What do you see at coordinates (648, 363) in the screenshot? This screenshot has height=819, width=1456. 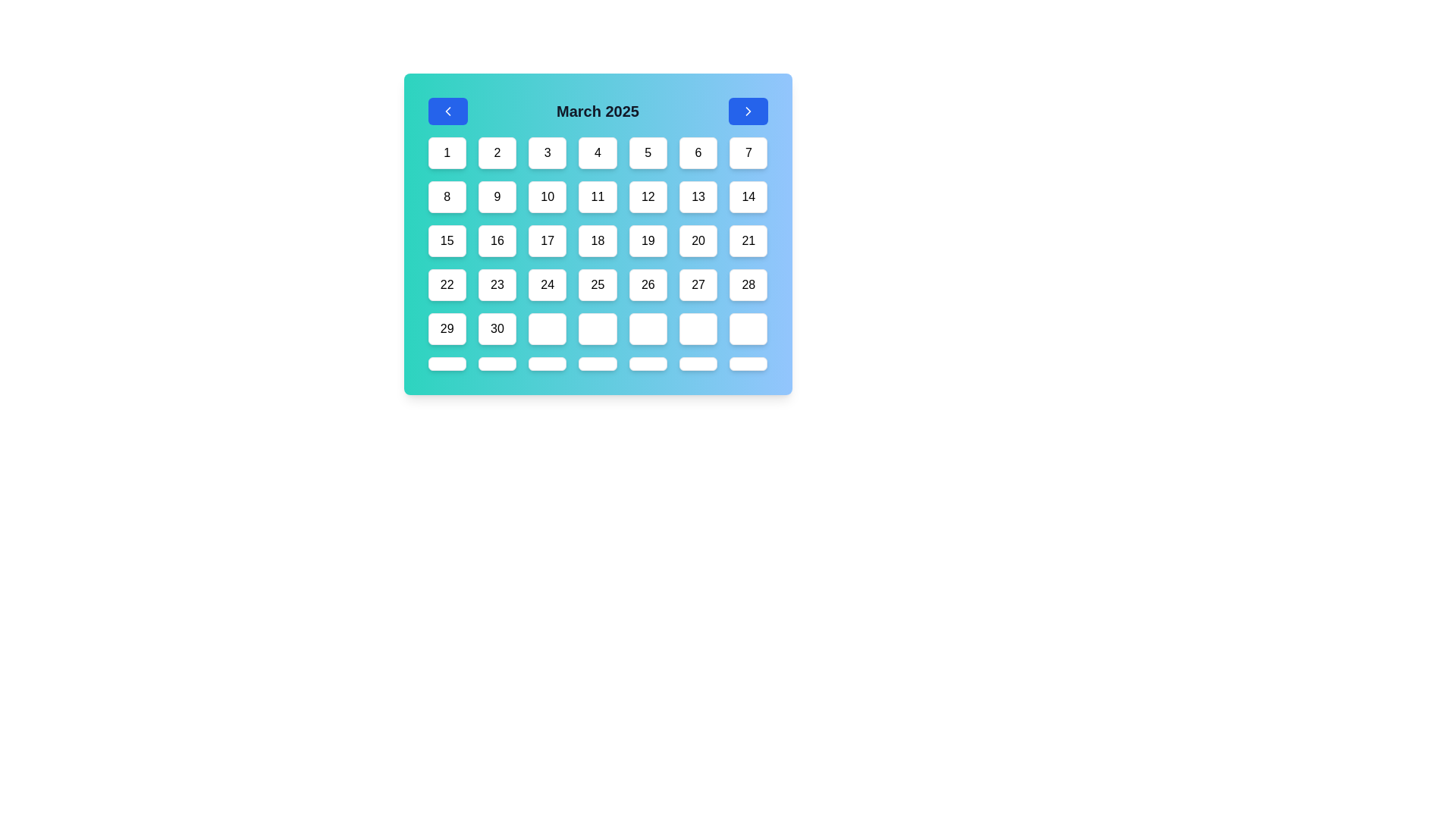 I see `the placeholder element located in the last row and fifth column of a 7-column grid, which serves as a non-interactive grid cell` at bounding box center [648, 363].